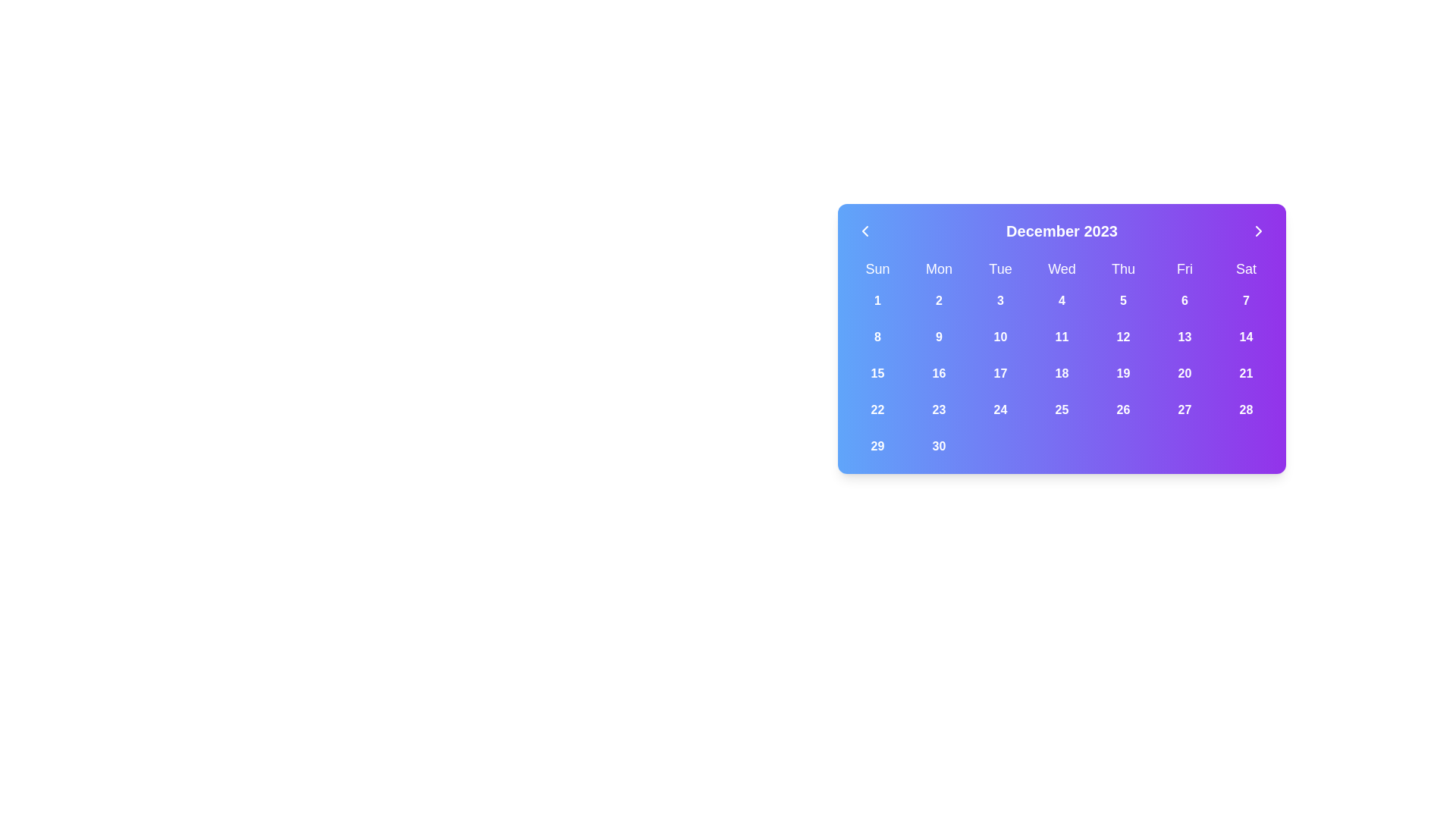 The height and width of the screenshot is (819, 1456). I want to click on the button labeled '30', so click(938, 446).